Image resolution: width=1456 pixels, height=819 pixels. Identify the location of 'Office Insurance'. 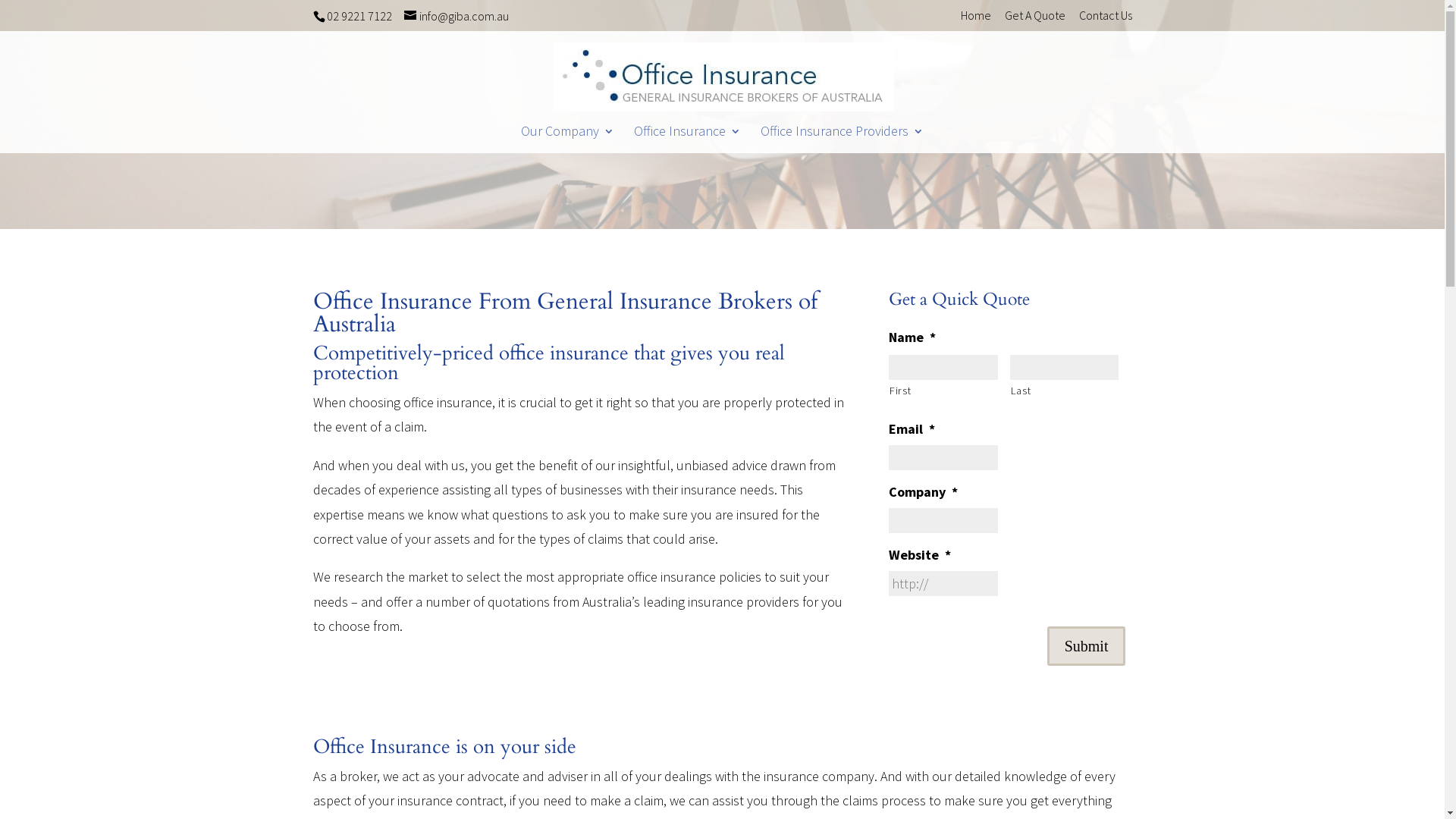
(686, 140).